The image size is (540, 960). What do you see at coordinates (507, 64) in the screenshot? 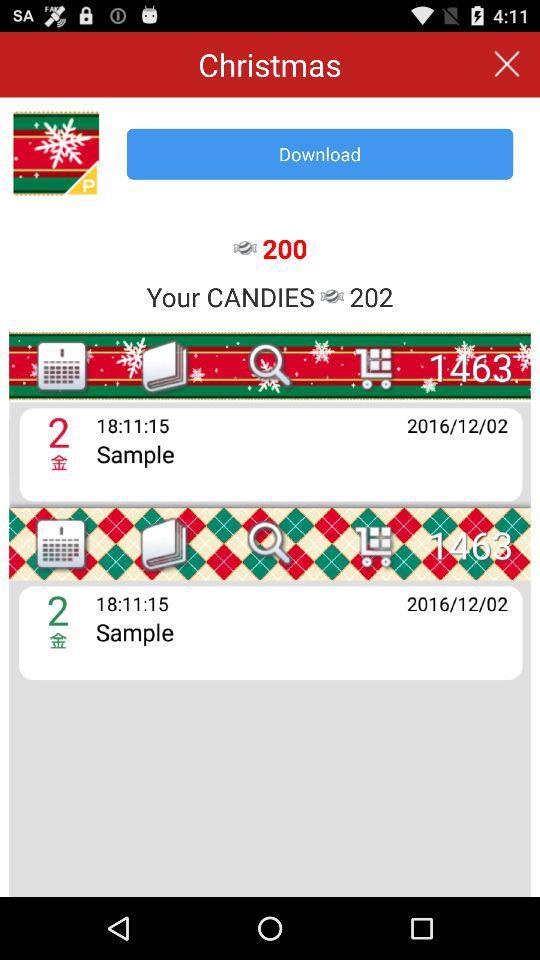
I see `item to the right of the christmas item` at bounding box center [507, 64].